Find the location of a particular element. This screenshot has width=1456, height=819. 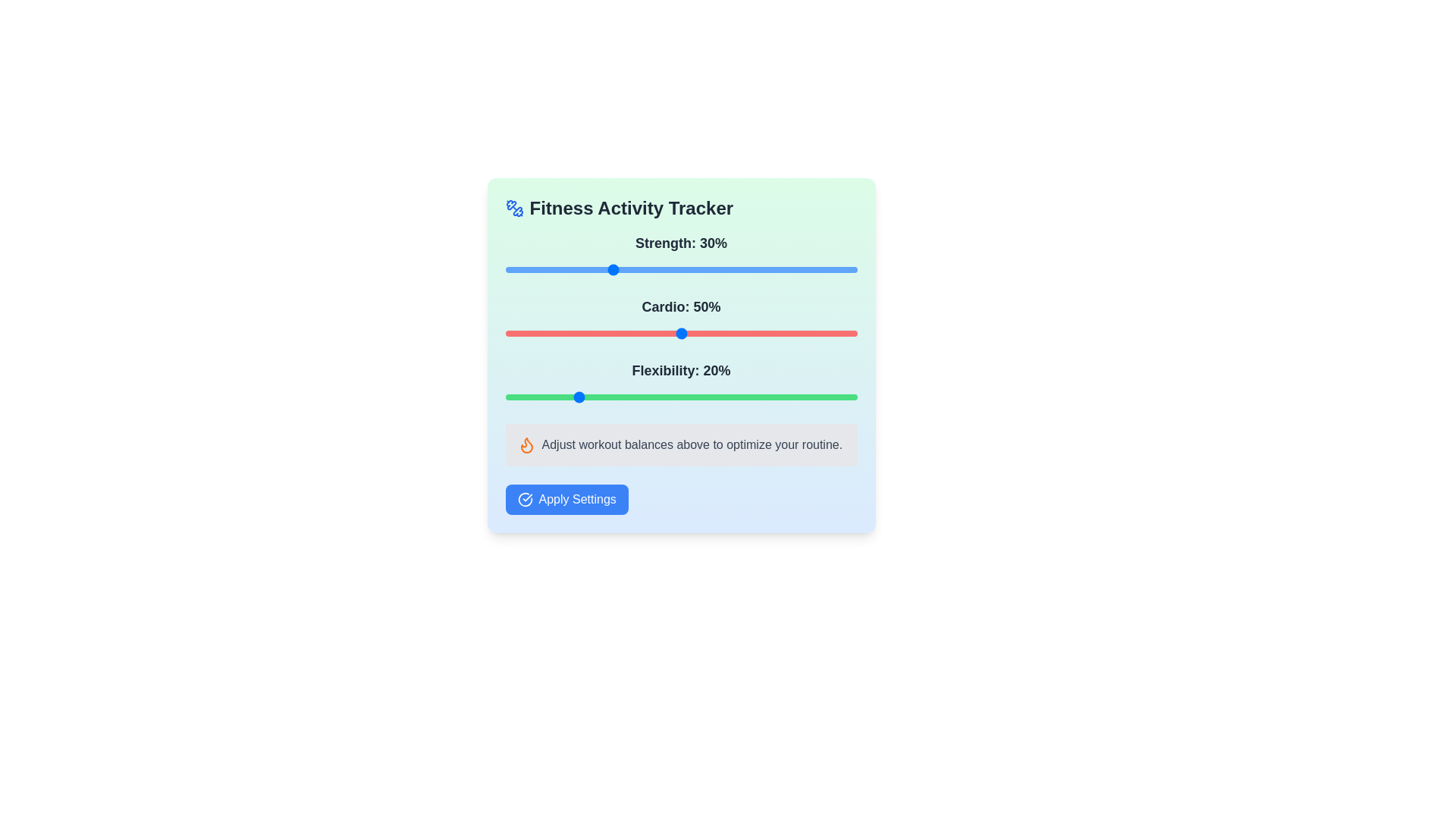

the Cardio slider is located at coordinates (737, 332).